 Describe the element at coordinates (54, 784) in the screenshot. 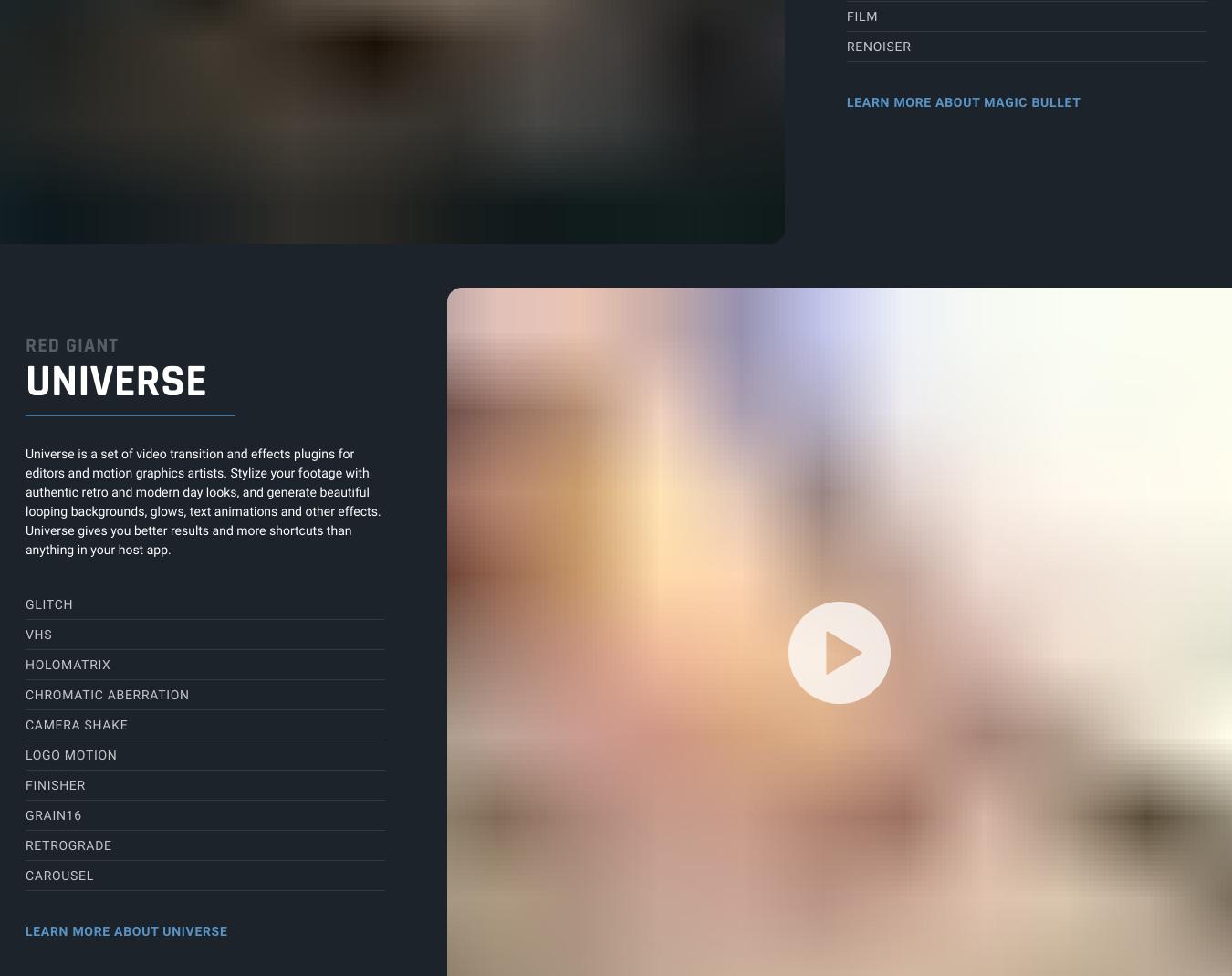

I see `'Finisher'` at that location.